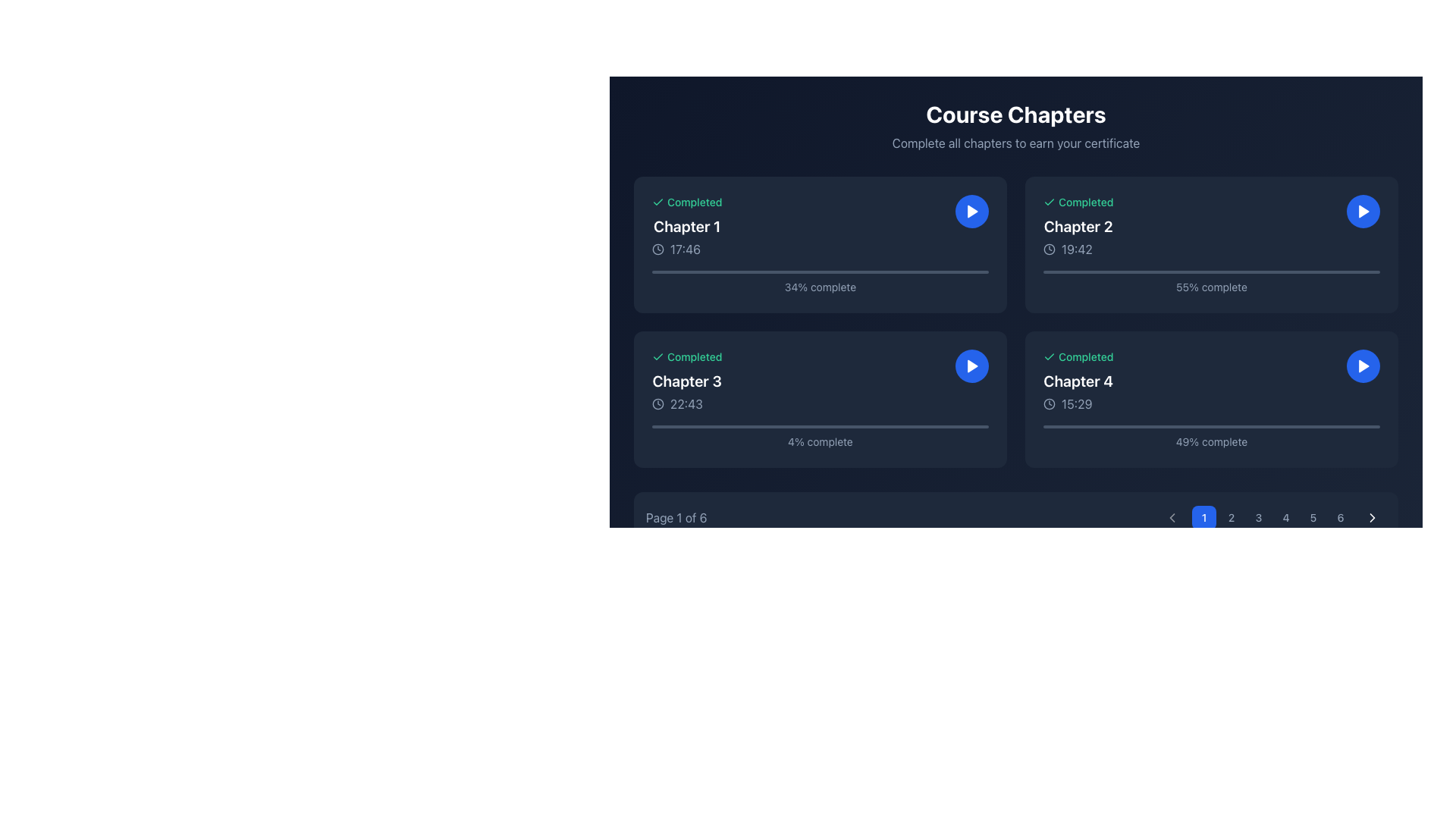 This screenshot has width=1456, height=819. Describe the element at coordinates (1211, 271) in the screenshot. I see `the thin progress bar with a rounded shape and light gray background located below the text '55% complete' in the 'Chapter 2' section` at that location.